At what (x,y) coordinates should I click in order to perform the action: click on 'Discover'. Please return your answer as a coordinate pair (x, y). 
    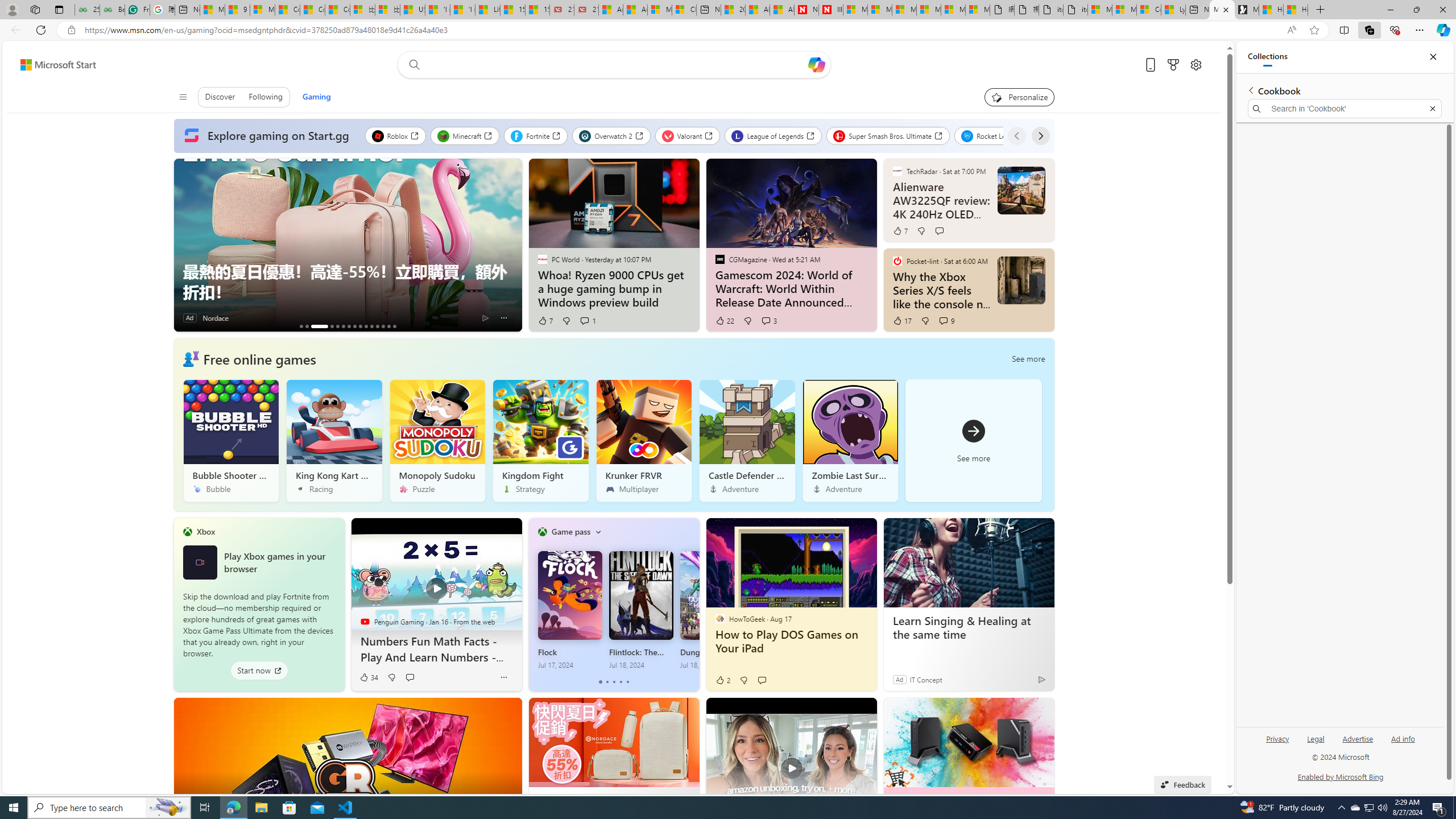
    Looking at the image, I should click on (220, 96).